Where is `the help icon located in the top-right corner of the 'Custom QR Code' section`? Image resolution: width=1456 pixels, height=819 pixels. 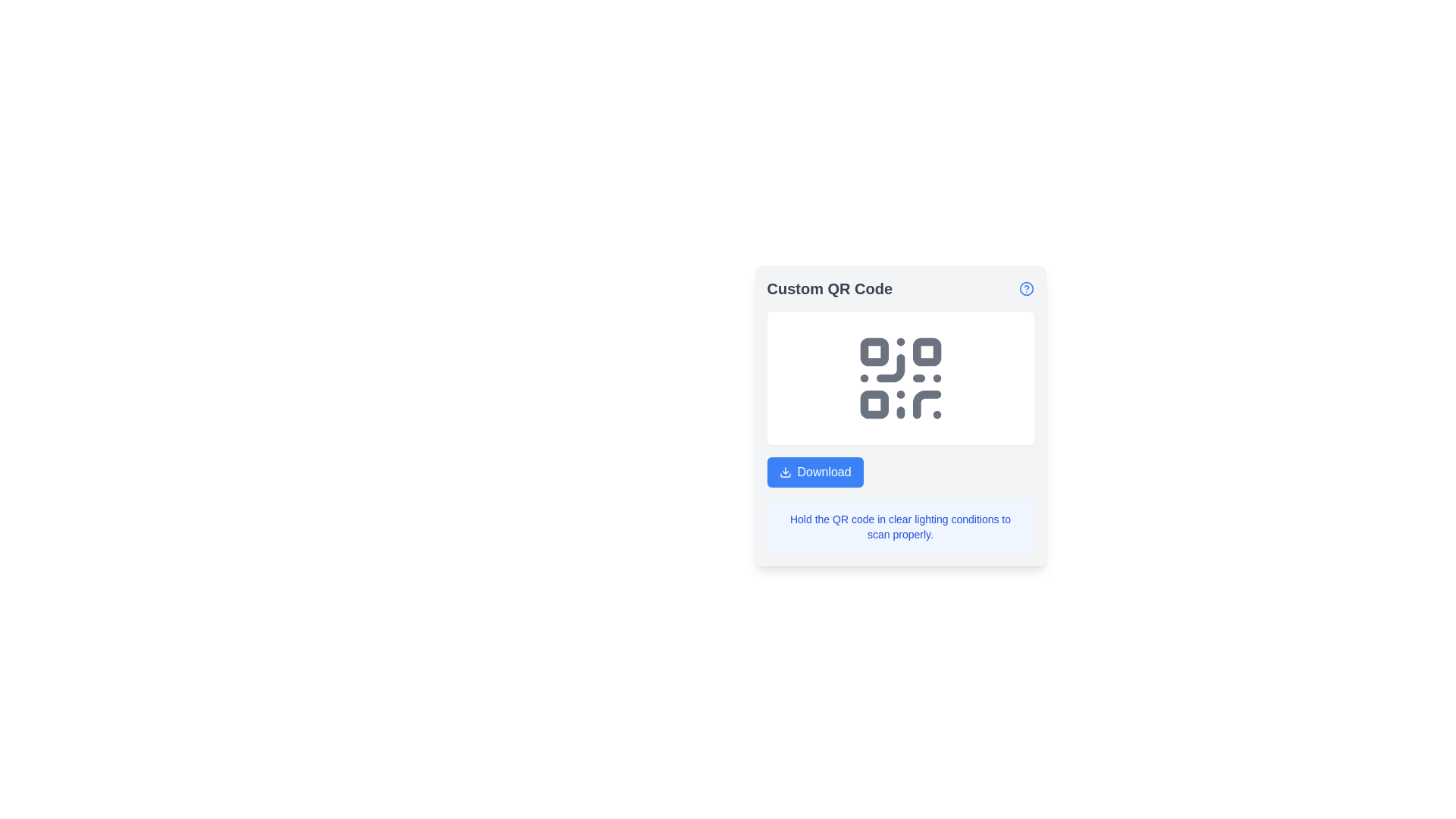 the help icon located in the top-right corner of the 'Custom QR Code' section is located at coordinates (1026, 289).